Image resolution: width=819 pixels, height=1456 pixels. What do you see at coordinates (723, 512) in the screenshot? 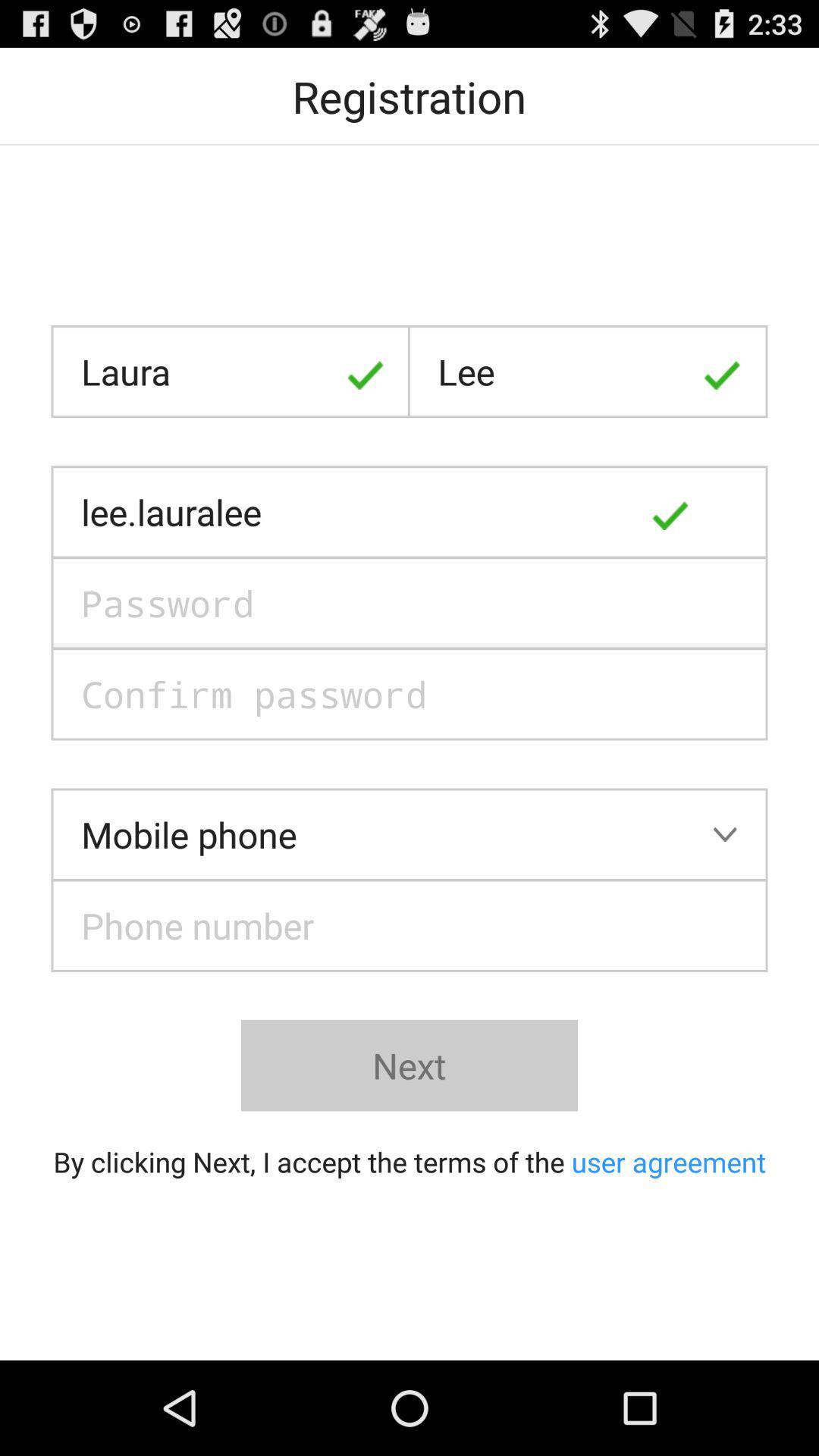
I see `the item on the right` at bounding box center [723, 512].